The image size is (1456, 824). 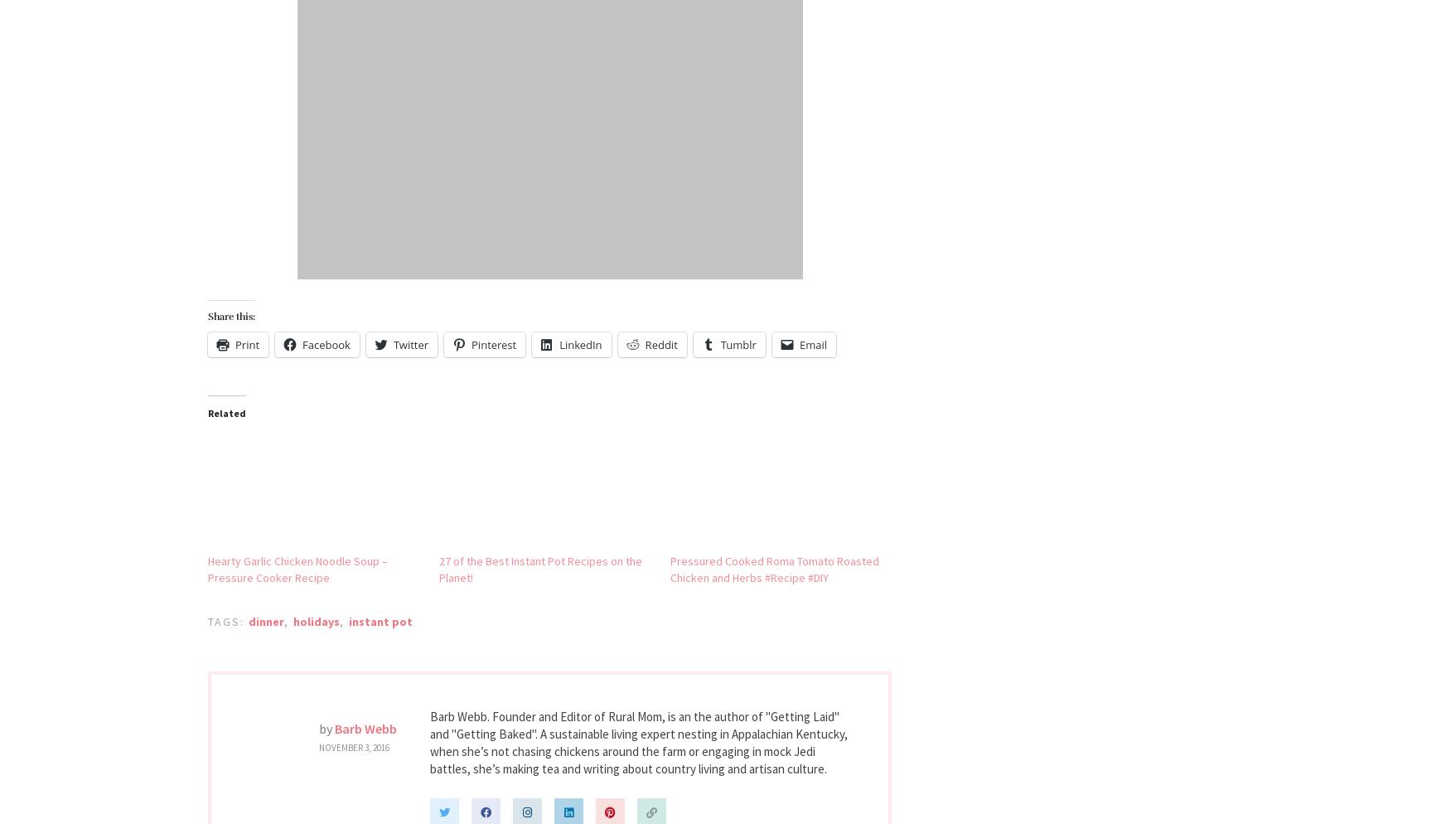 What do you see at coordinates (380, 620) in the screenshot?
I see `'instant pot'` at bounding box center [380, 620].